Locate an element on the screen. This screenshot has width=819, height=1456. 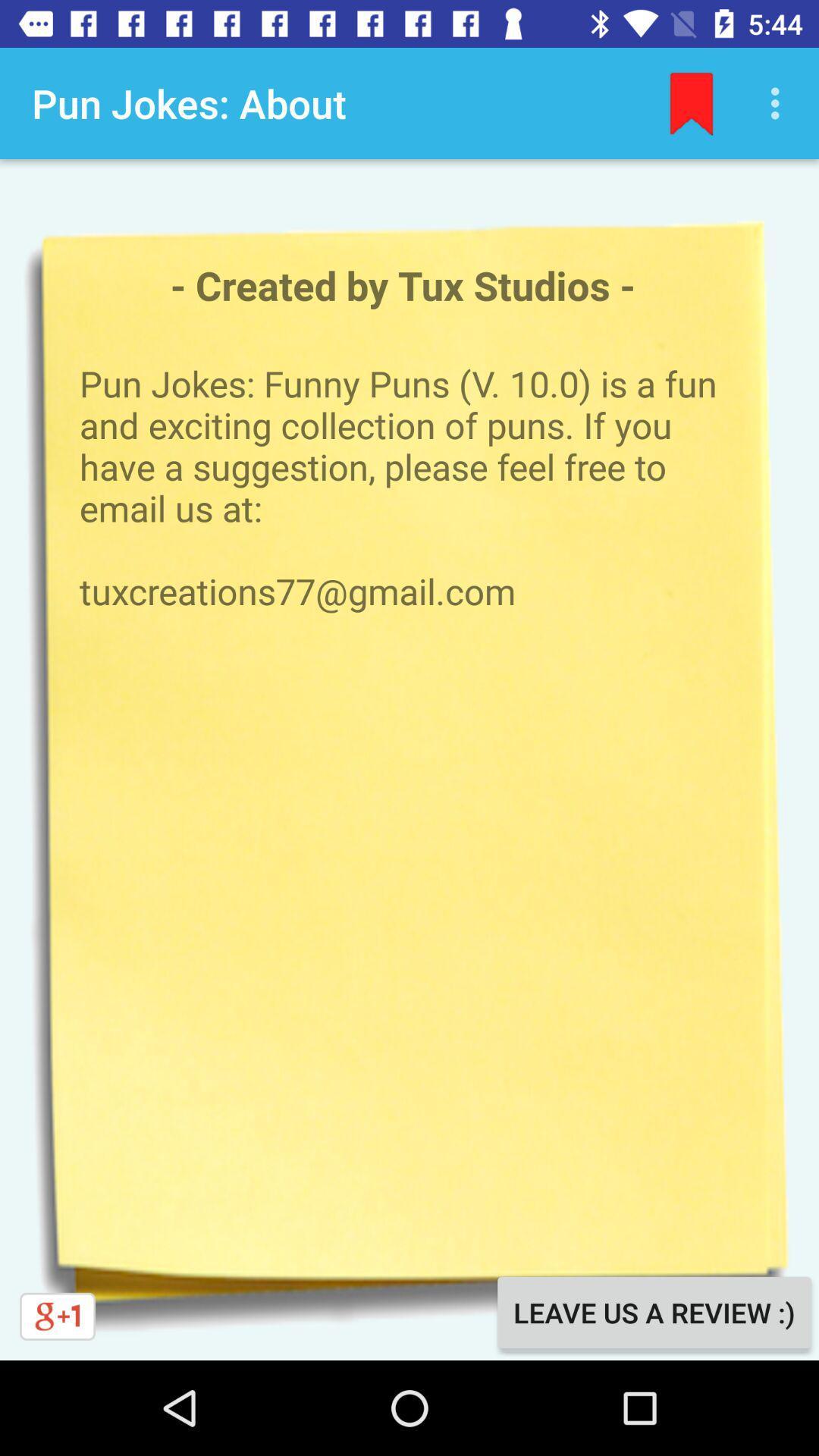
item next to the pun jokes: about icon is located at coordinates (691, 102).